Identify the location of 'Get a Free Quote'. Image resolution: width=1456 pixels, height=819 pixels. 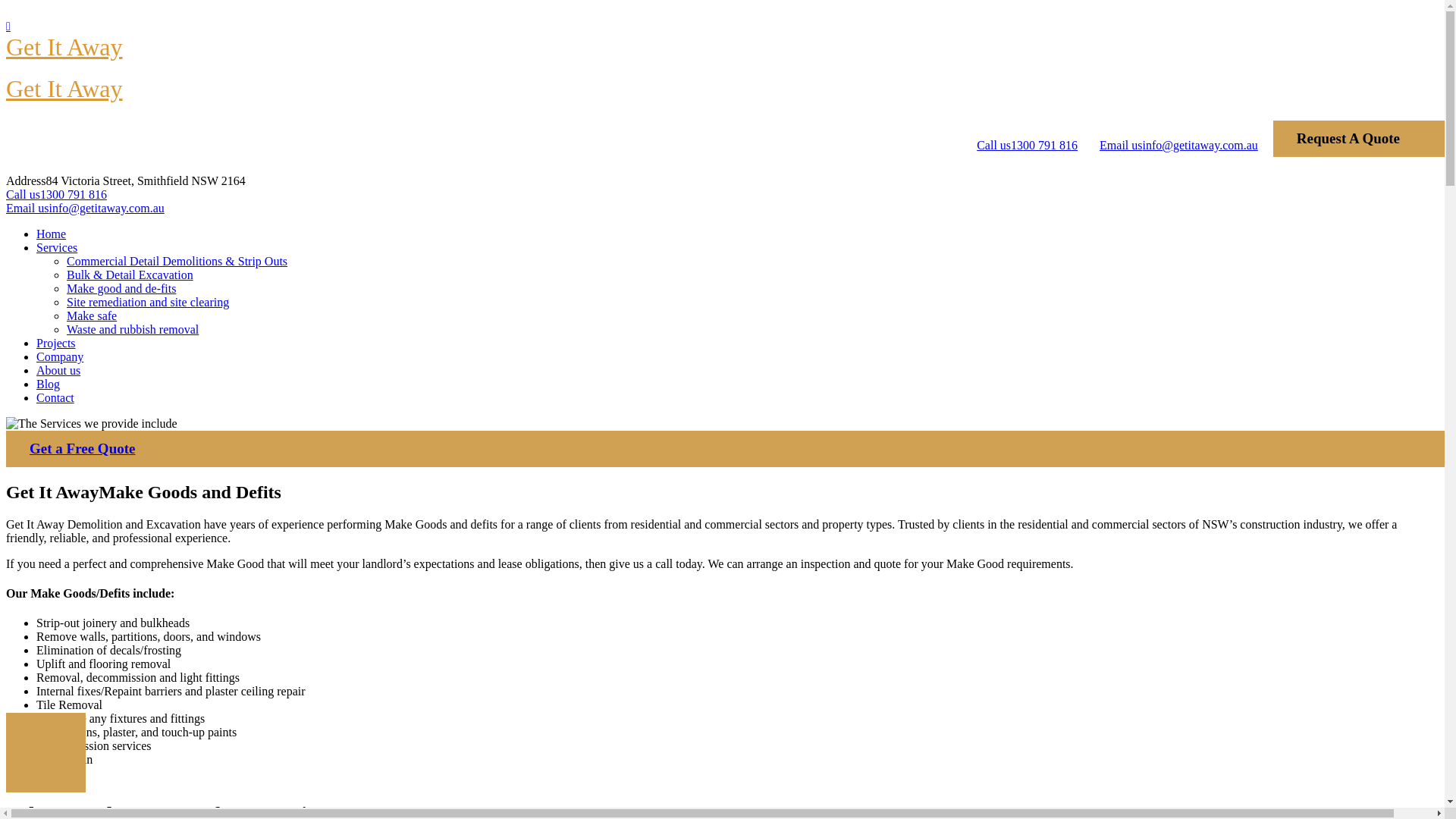
(81, 447).